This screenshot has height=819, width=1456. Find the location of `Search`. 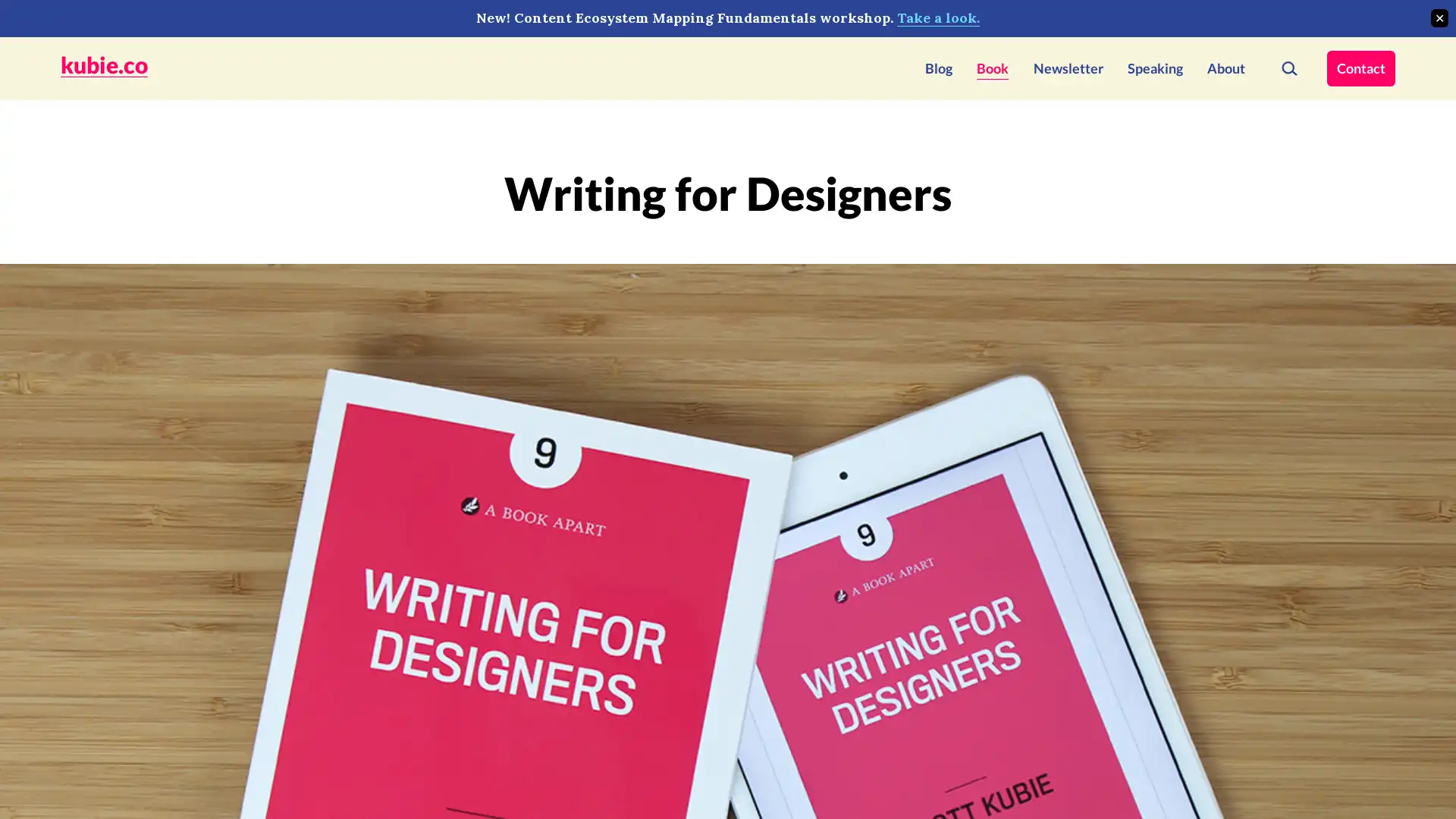

Search is located at coordinates (1288, 67).